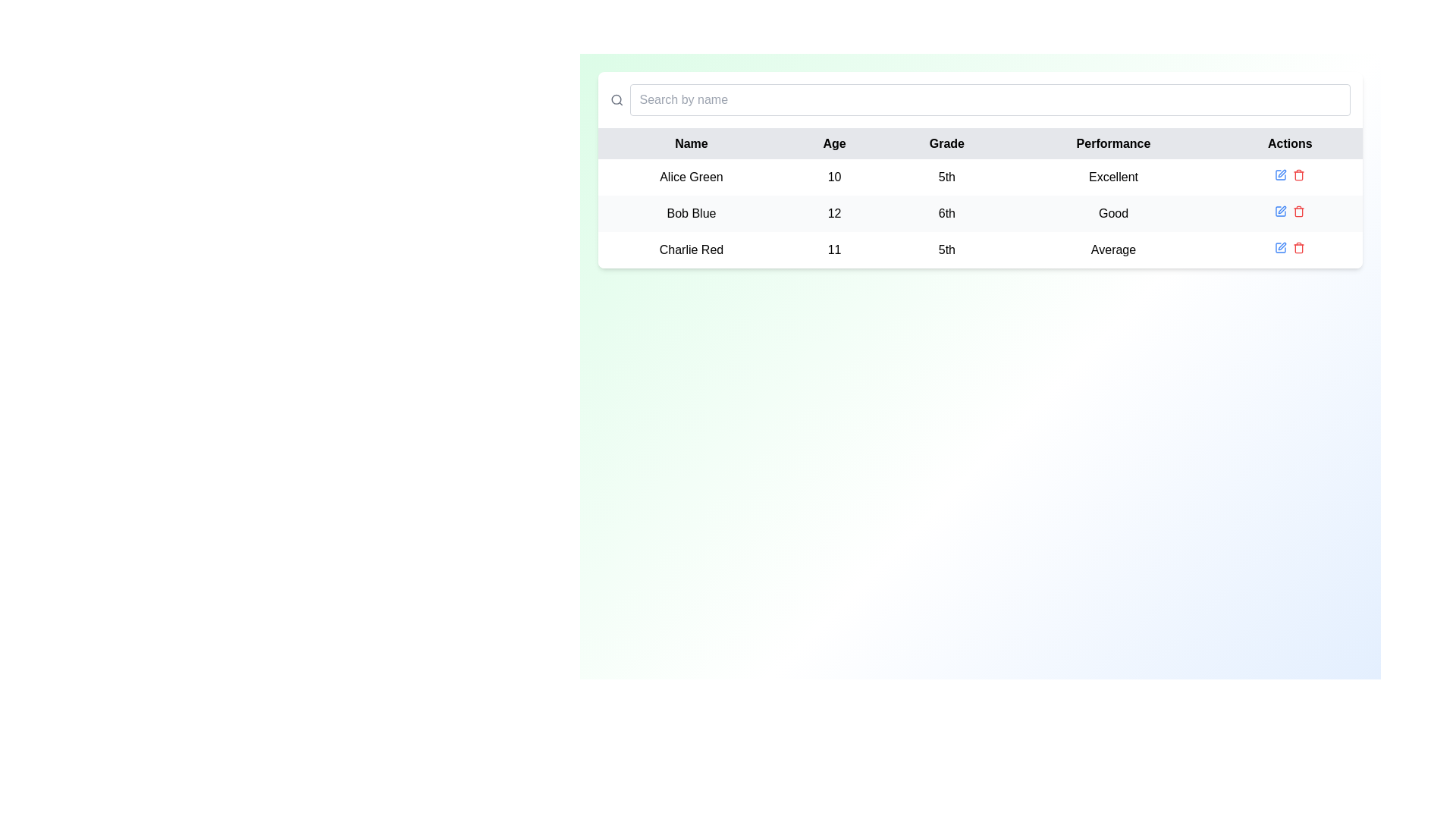 The height and width of the screenshot is (819, 1456). Describe the element at coordinates (946, 249) in the screenshot. I see `the non-interactive table cell displaying the grade for 'Charlie Red' in the third row of the table` at that location.